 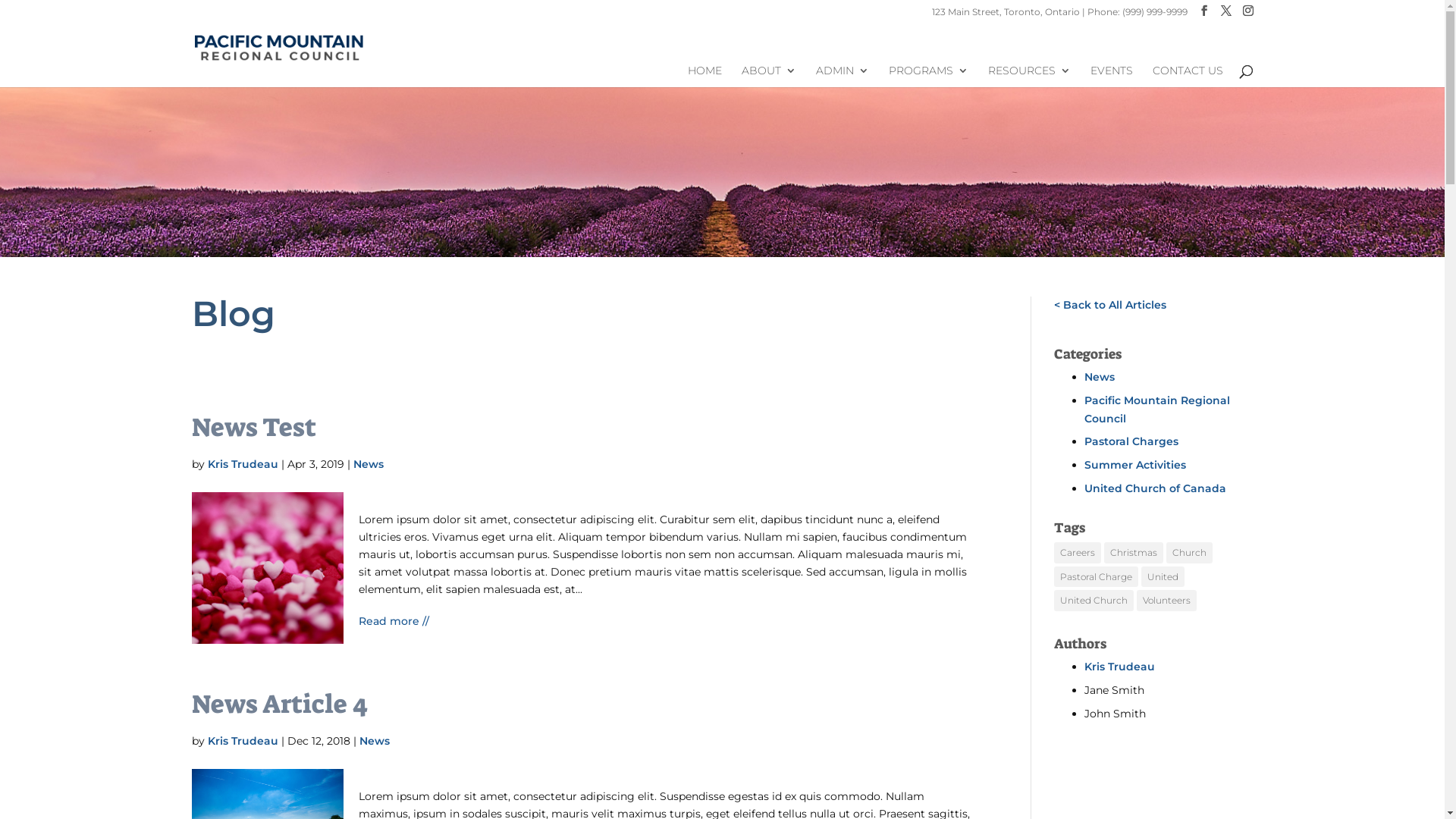 I want to click on 'Pastoral Charges', so click(x=1084, y=441).